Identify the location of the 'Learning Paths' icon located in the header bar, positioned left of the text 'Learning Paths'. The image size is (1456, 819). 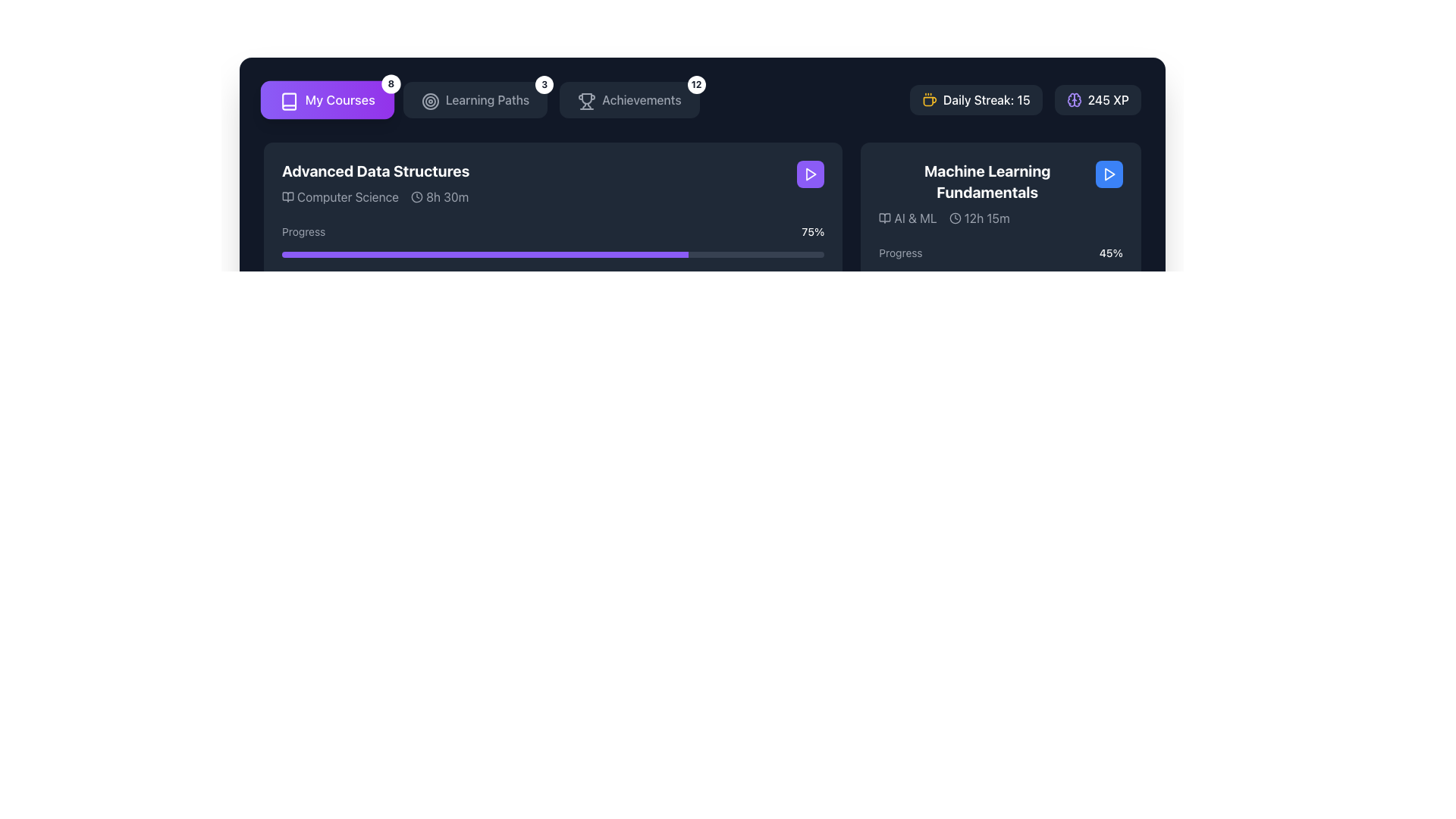
(428, 99).